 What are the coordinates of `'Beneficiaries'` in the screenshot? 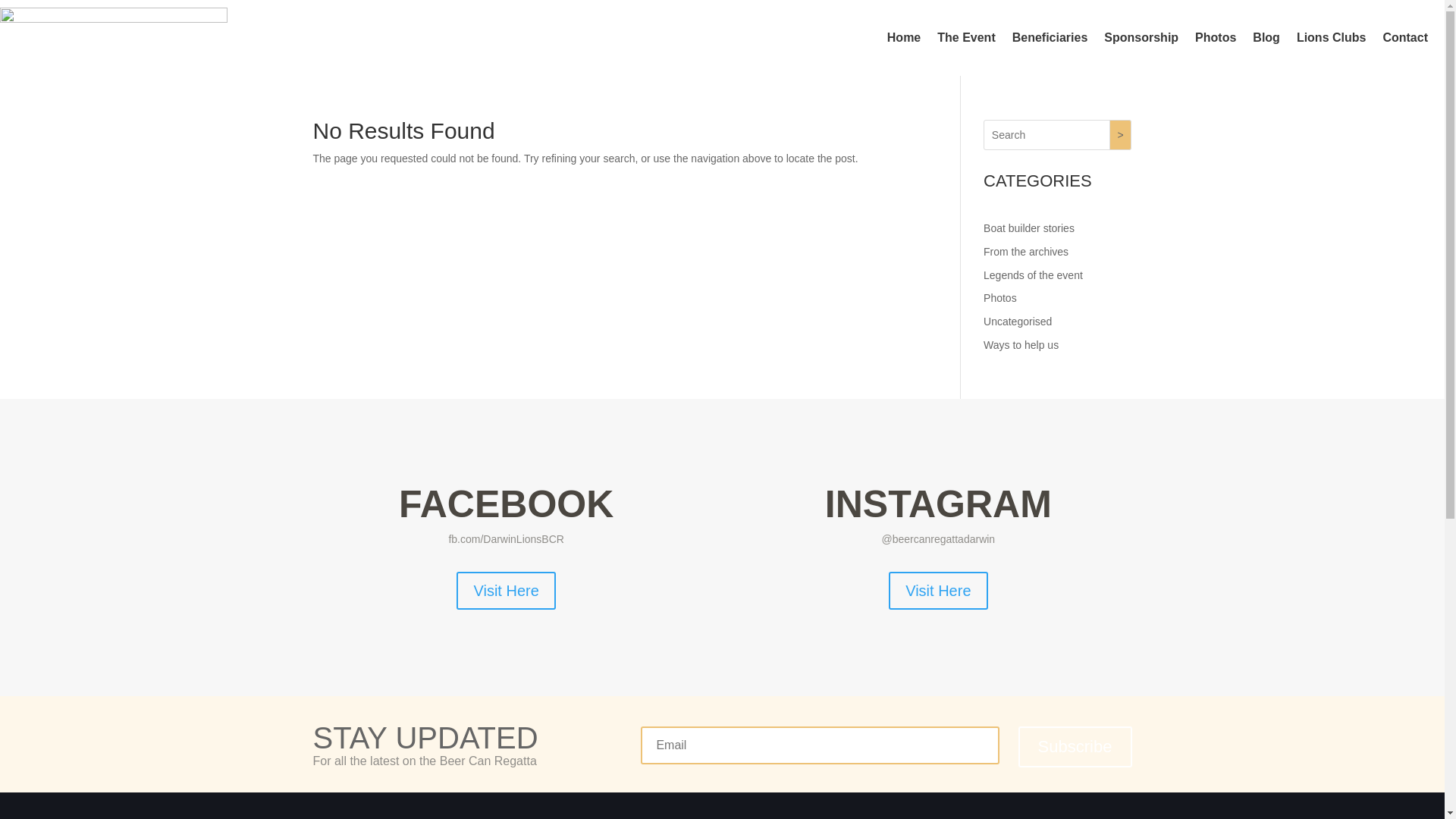 It's located at (1050, 37).